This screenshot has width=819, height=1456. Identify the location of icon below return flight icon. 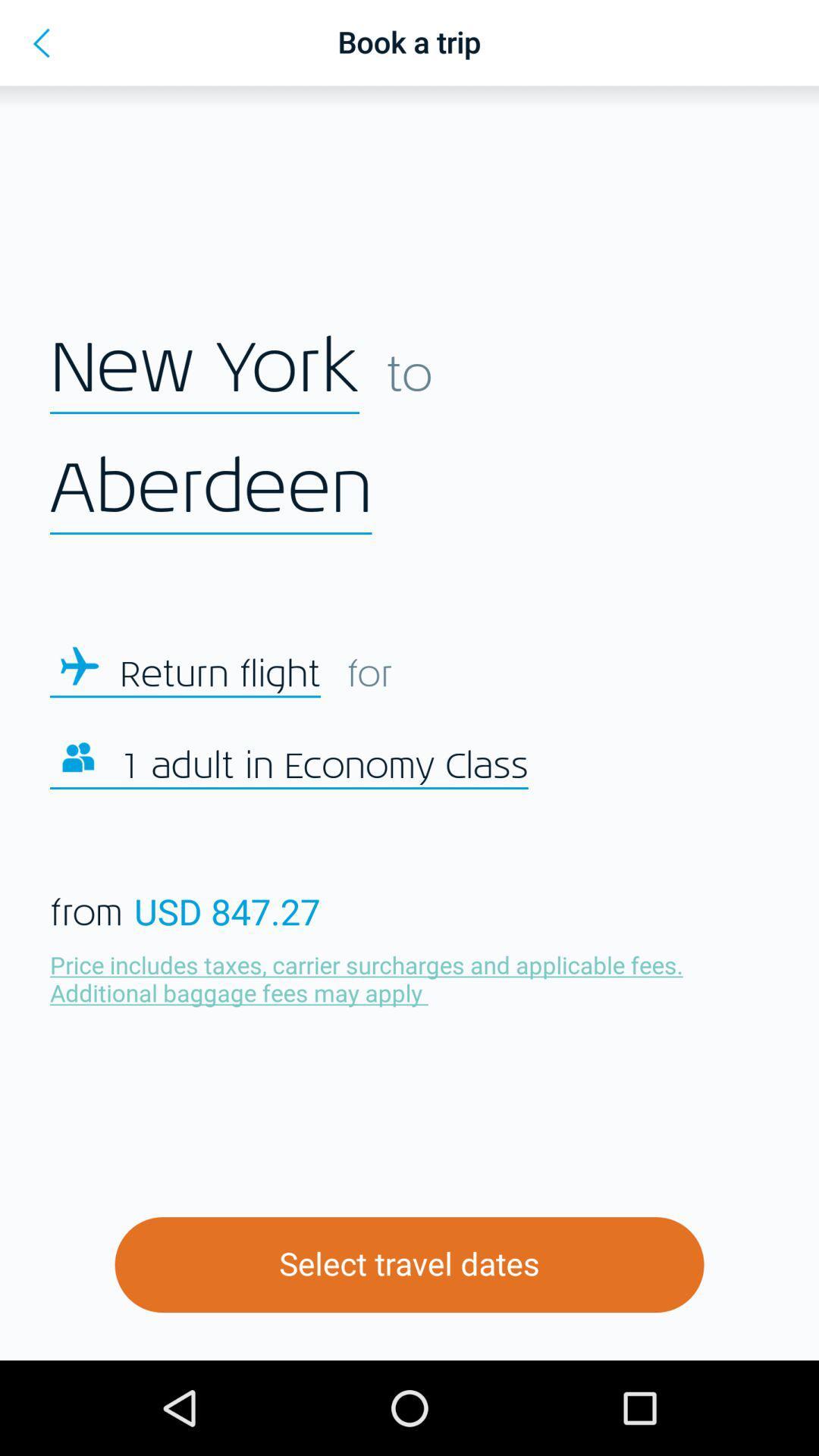
(323, 767).